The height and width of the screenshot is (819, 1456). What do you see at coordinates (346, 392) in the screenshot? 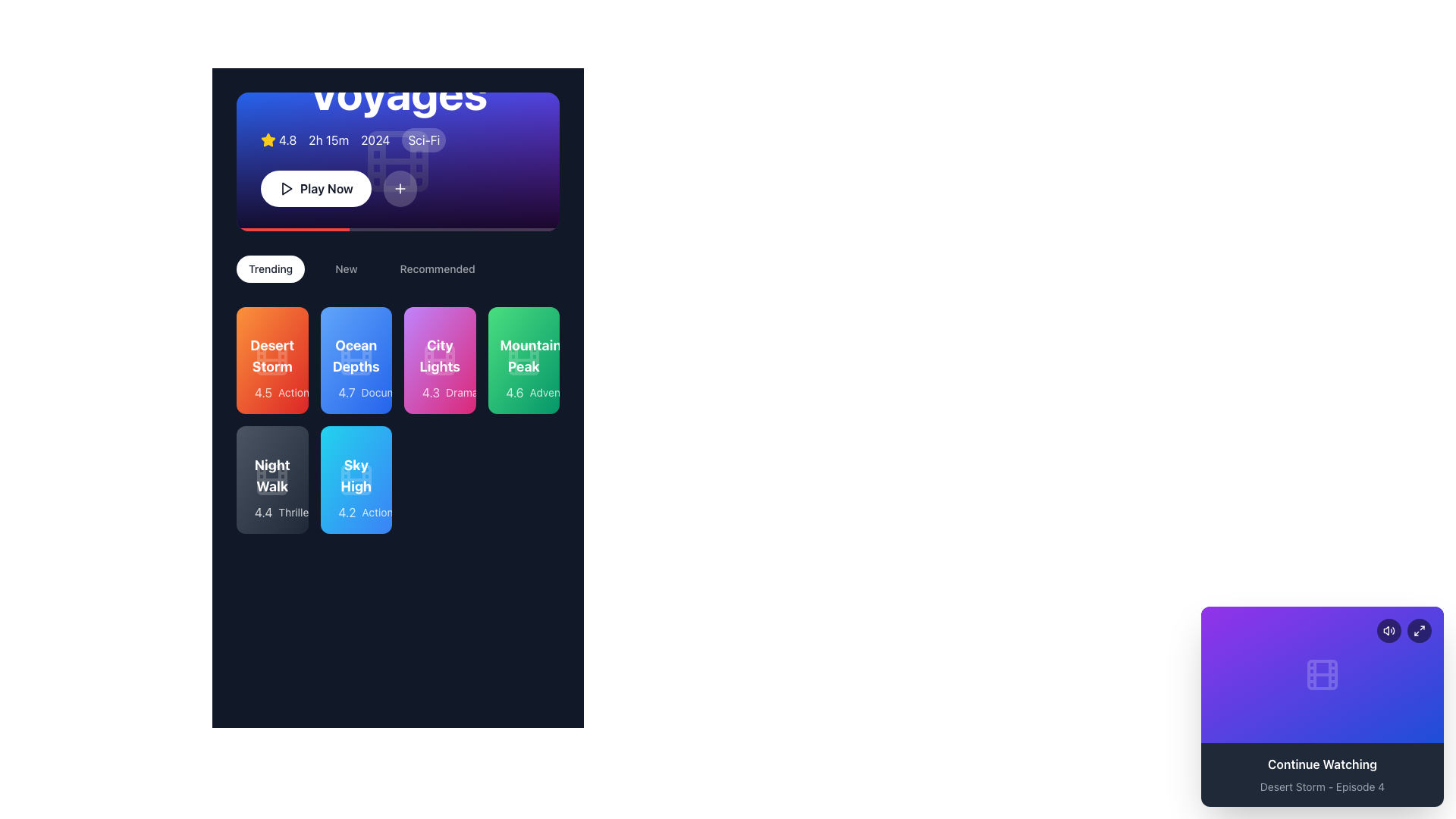
I see `user or critic rating displayed on the text label located in the center-top-right region of the blue card labeled 'Ocean Depths', positioned to the immediate left of the text 'Documentary'` at bounding box center [346, 392].